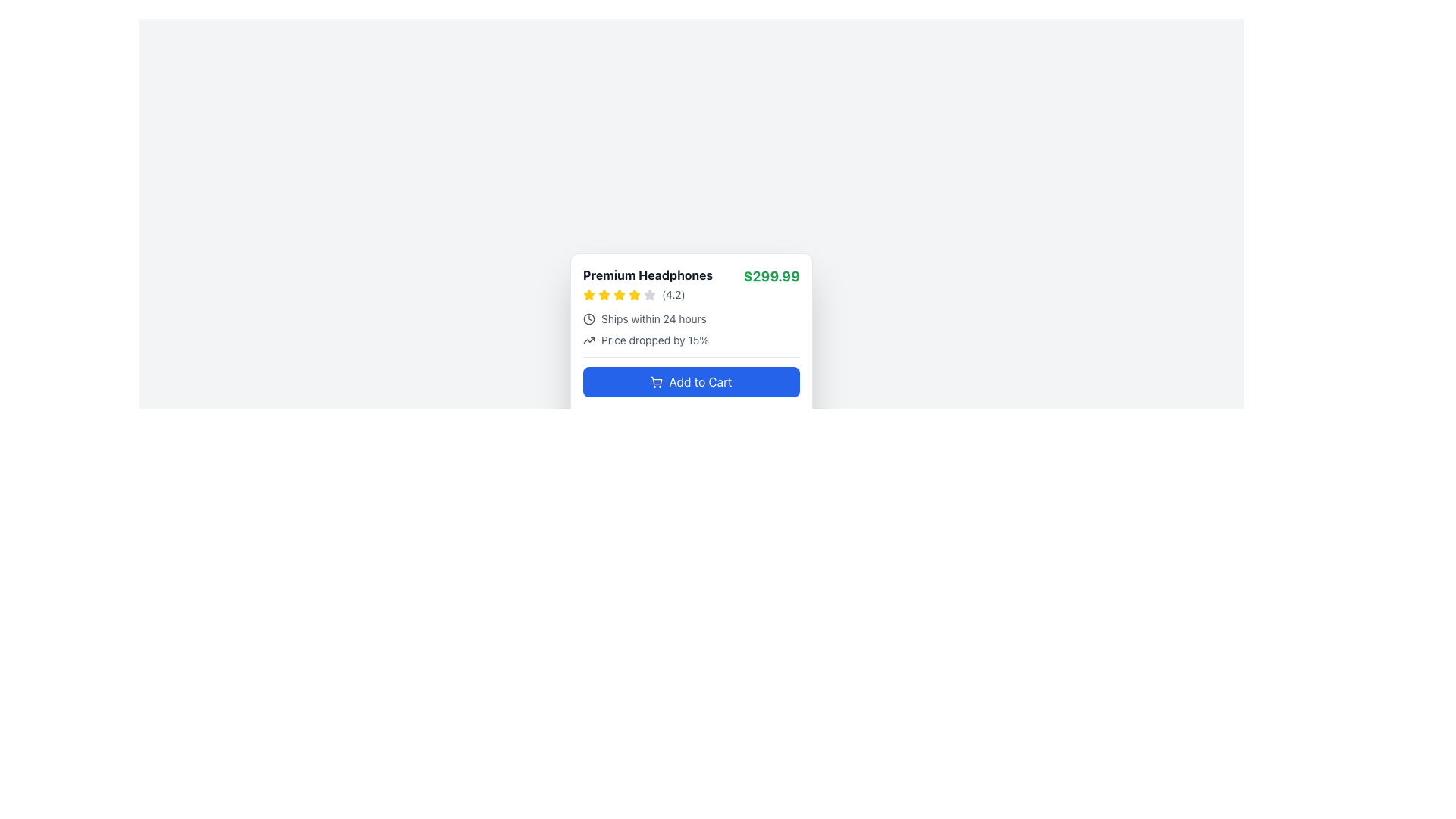  Describe the element at coordinates (771, 277) in the screenshot. I see `the prominent Text Label displaying the monetary value of $299.99 in bold green text located in the top-right corner of the product detail card` at that location.